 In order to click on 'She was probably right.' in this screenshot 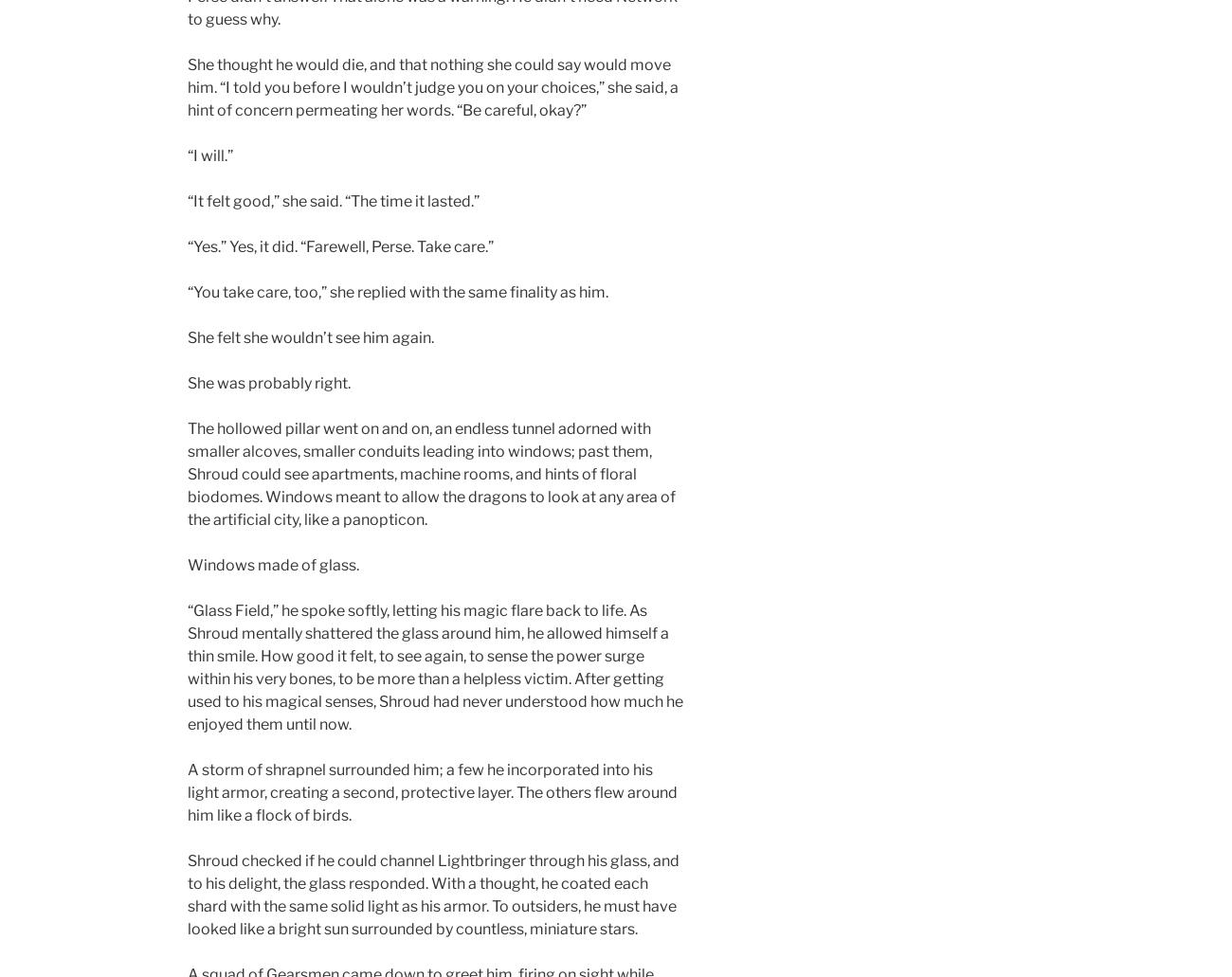, I will do `click(269, 382)`.